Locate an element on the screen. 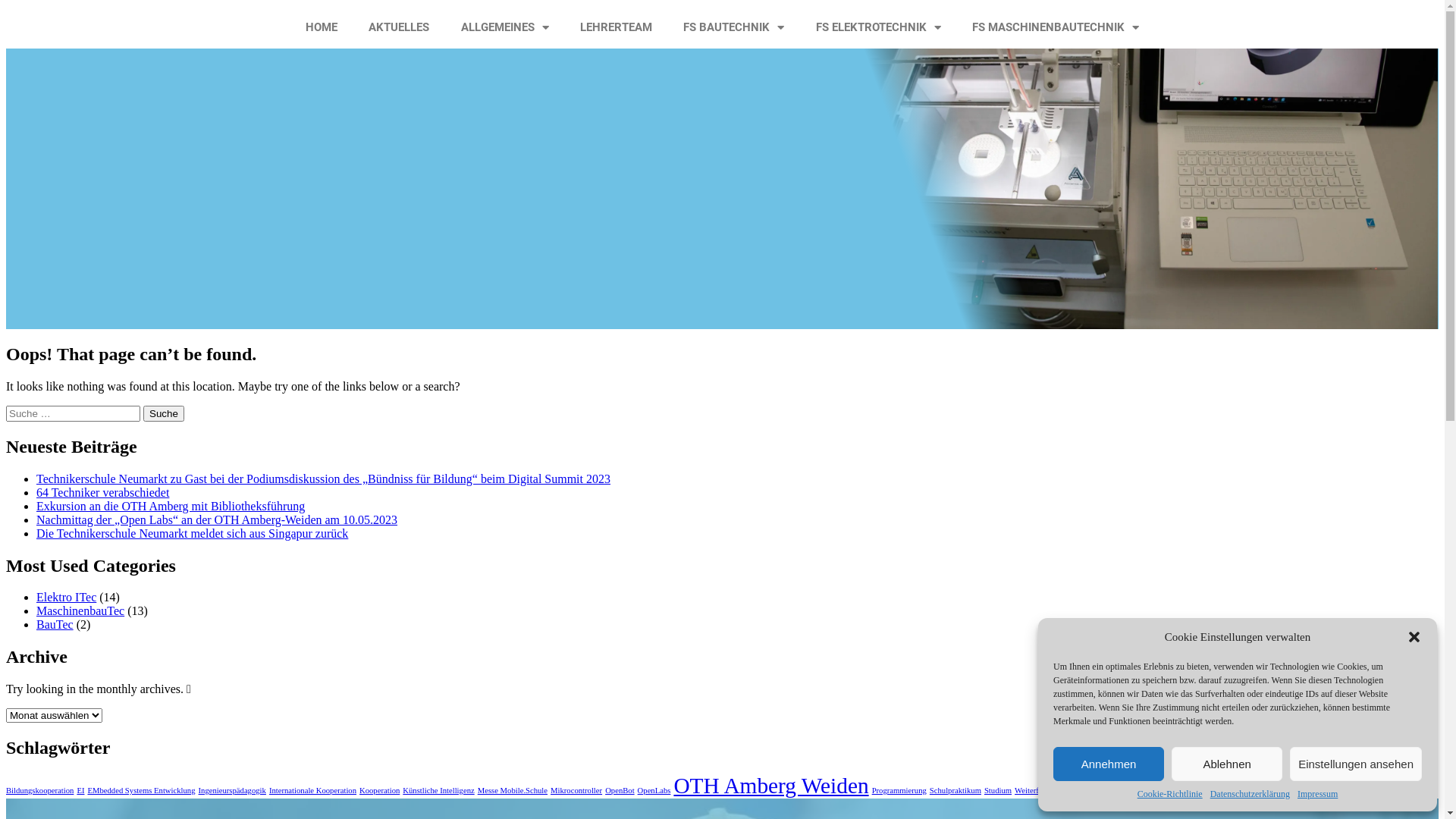  'Cookie-Richtlinie' is located at coordinates (1169, 793).